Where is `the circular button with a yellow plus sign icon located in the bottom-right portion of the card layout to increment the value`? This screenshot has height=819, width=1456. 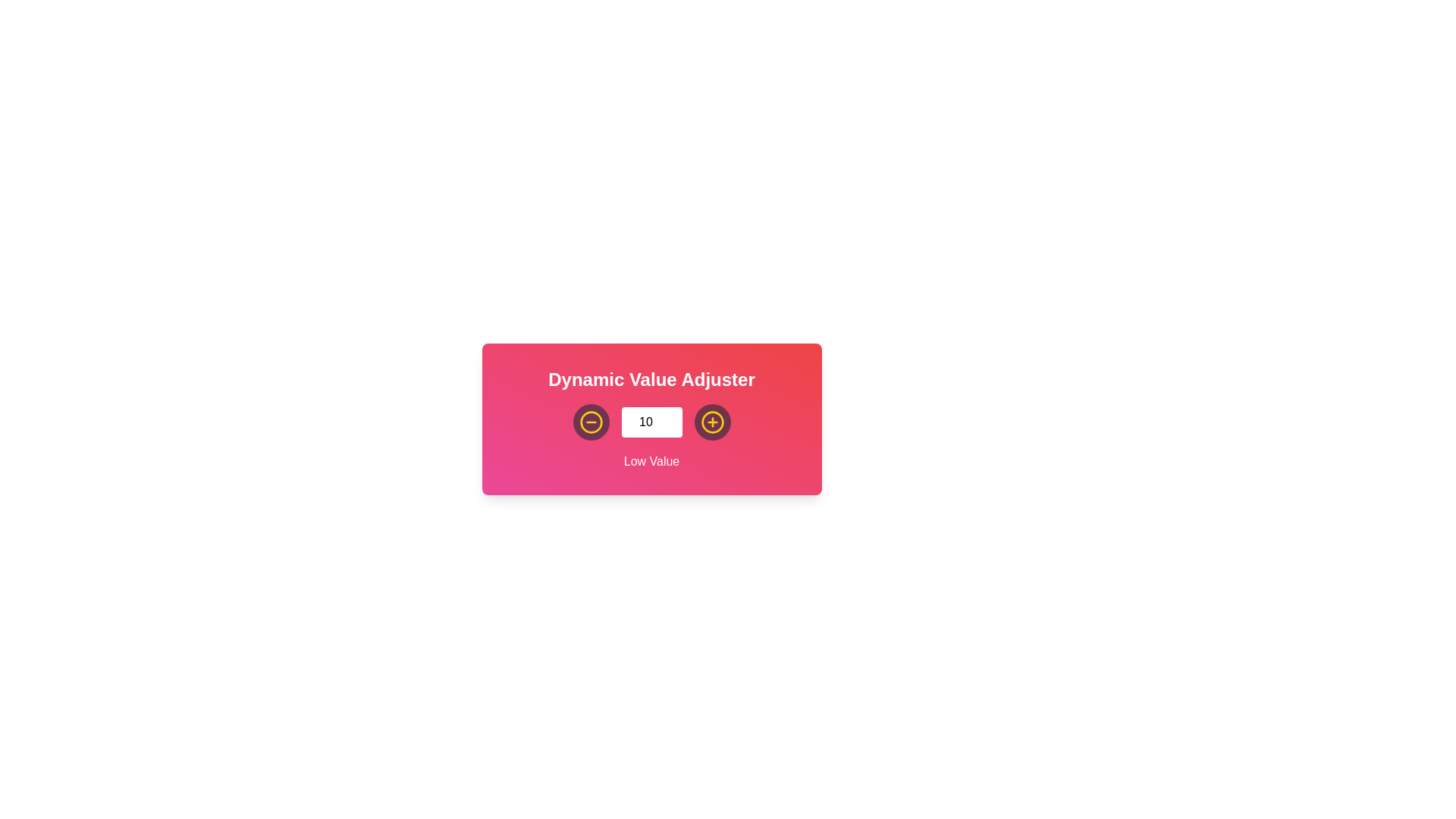 the circular button with a yellow plus sign icon located in the bottom-right portion of the card layout to increment the value is located at coordinates (711, 422).